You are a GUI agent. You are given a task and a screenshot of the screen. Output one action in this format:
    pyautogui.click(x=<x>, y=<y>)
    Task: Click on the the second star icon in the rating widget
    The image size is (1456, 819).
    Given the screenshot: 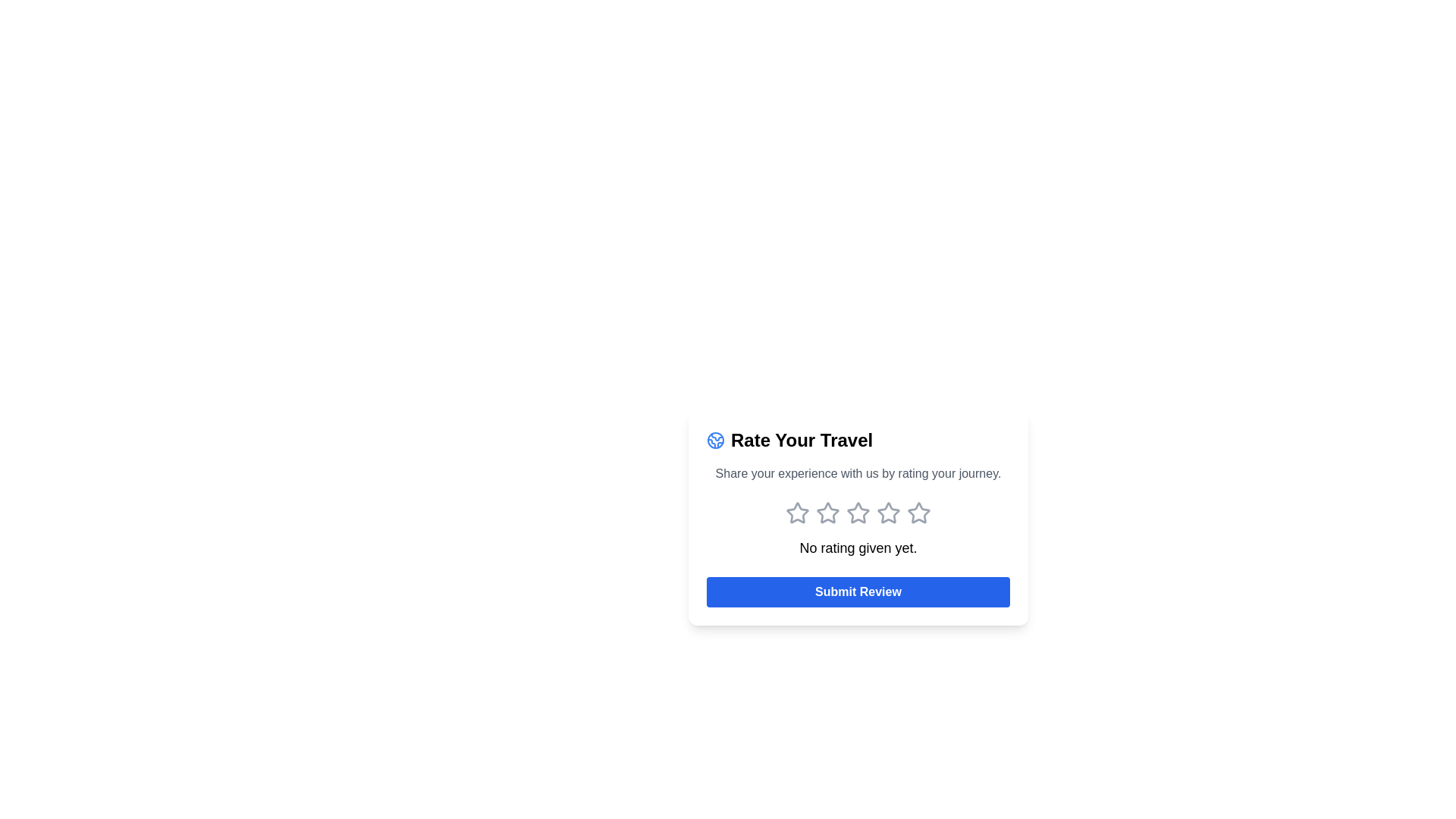 What is the action you would take?
    pyautogui.click(x=858, y=512)
    